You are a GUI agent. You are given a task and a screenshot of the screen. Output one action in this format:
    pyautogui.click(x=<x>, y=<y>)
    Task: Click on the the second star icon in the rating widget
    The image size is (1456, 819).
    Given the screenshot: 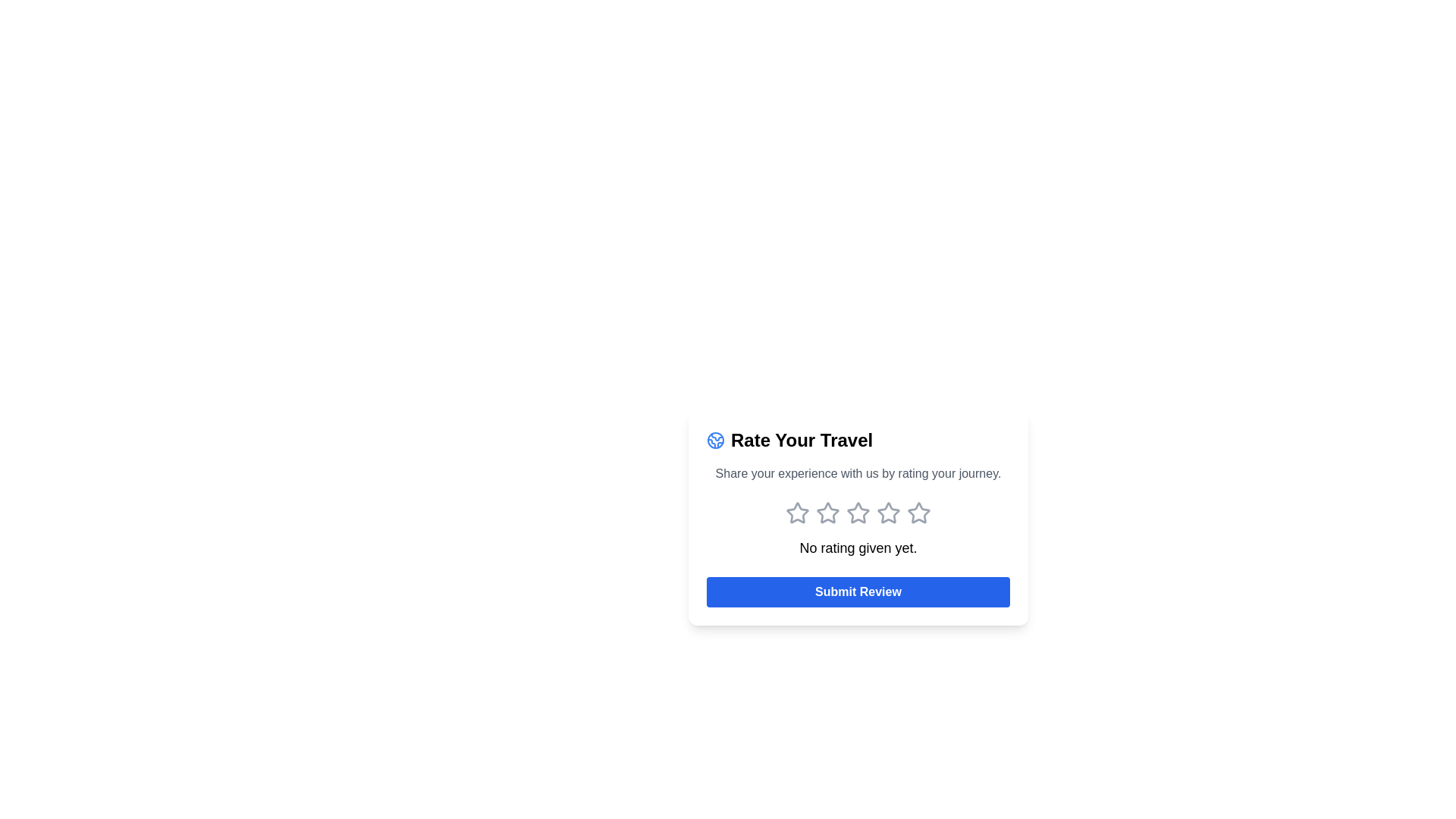 What is the action you would take?
    pyautogui.click(x=858, y=512)
    